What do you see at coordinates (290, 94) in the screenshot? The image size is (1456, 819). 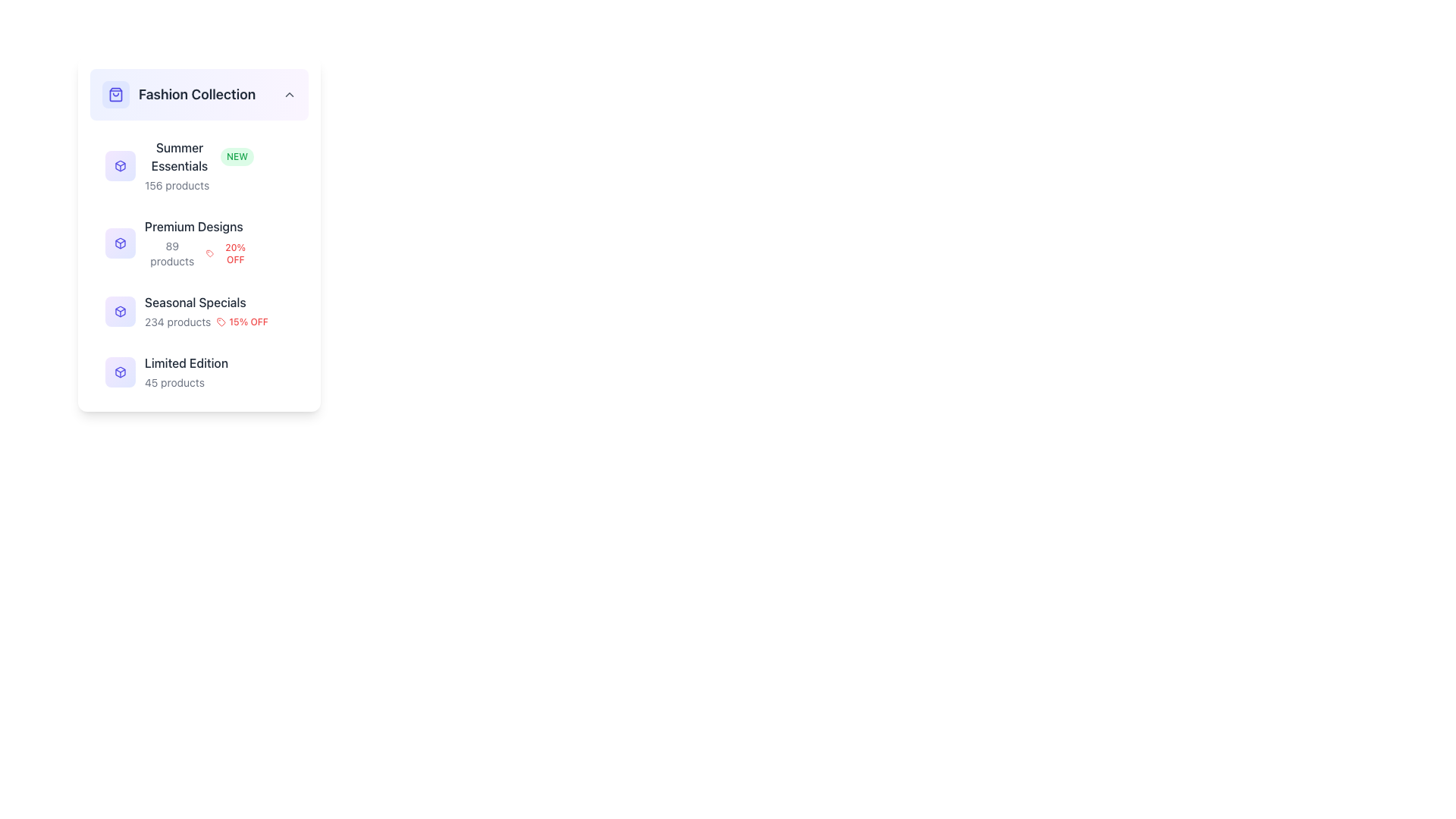 I see `the dropdown toggle icon located to the right of the 'Fashion Collection' header` at bounding box center [290, 94].